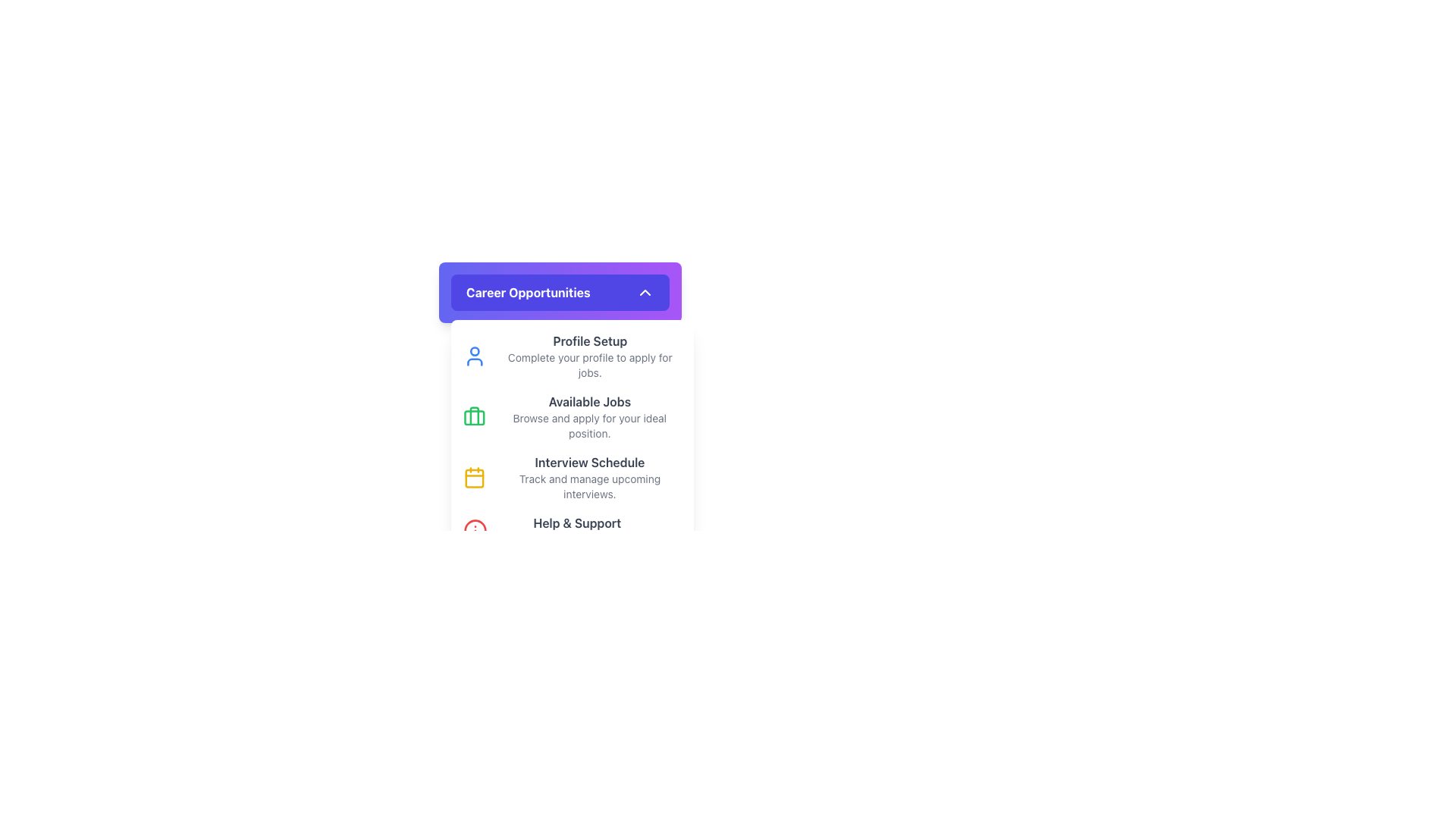 Image resolution: width=1456 pixels, height=819 pixels. What do you see at coordinates (588, 417) in the screenshot?
I see `informational text block titled 'Available Jobs' which is styled in bold dark gray and is part of the 'Career Opportunities' section, located between 'Profile Setup' and 'Interview Schedule'` at bounding box center [588, 417].